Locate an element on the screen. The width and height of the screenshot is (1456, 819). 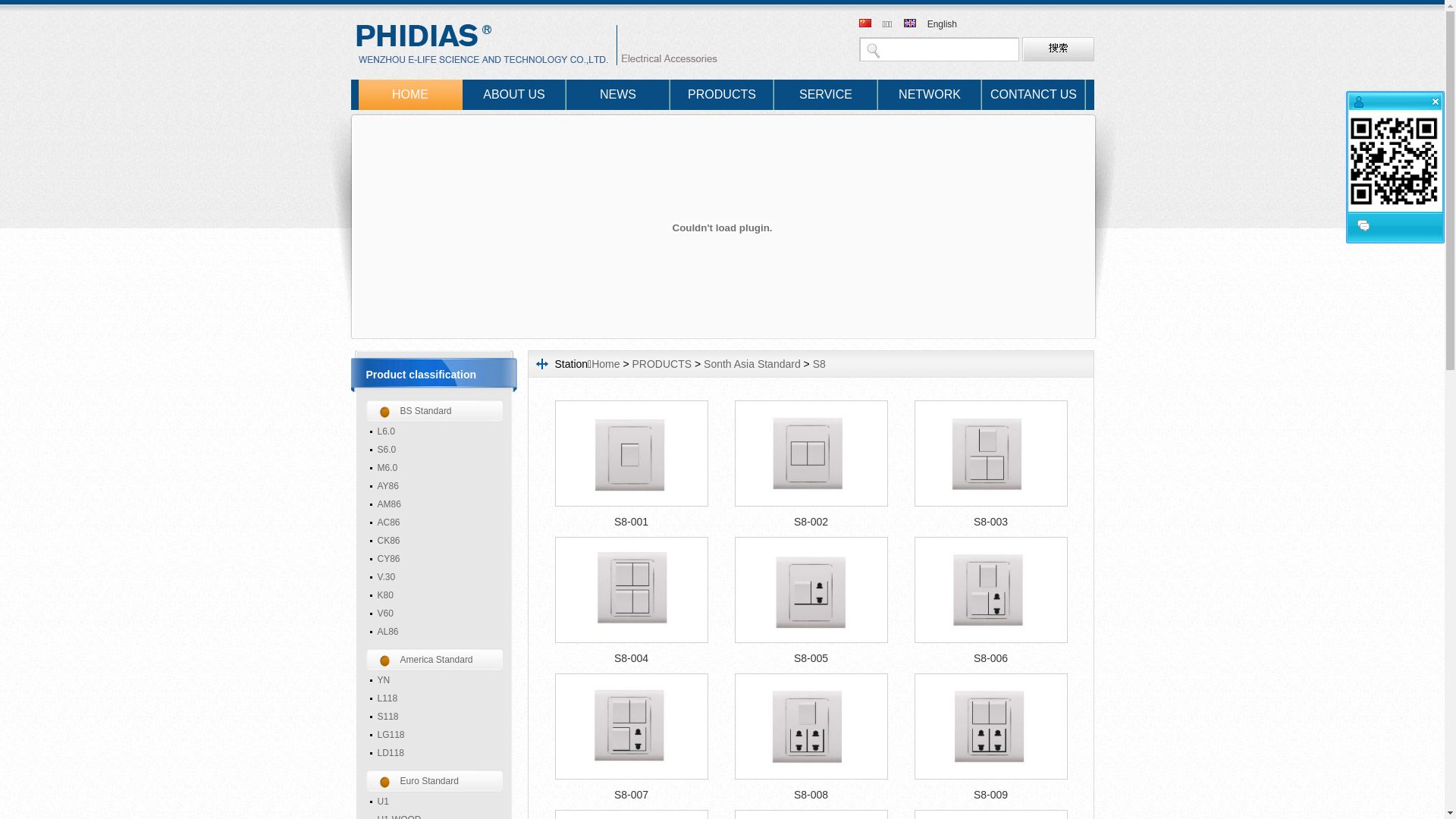
'S8-002' is located at coordinates (810, 520).